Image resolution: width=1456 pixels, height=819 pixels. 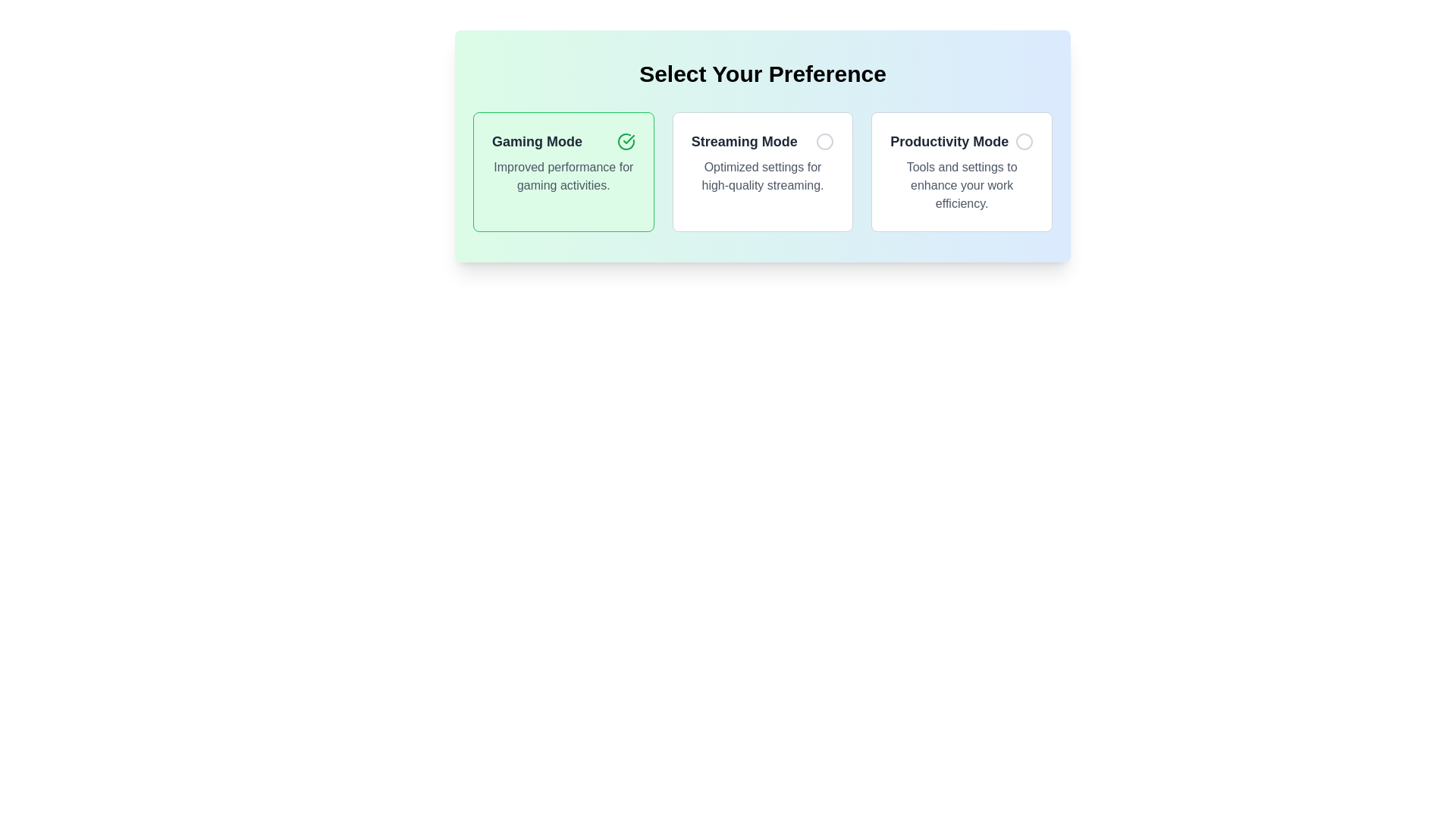 I want to click on the unselected radio button indicator (circle element) for 'Productivity Mode', so click(x=1024, y=141).